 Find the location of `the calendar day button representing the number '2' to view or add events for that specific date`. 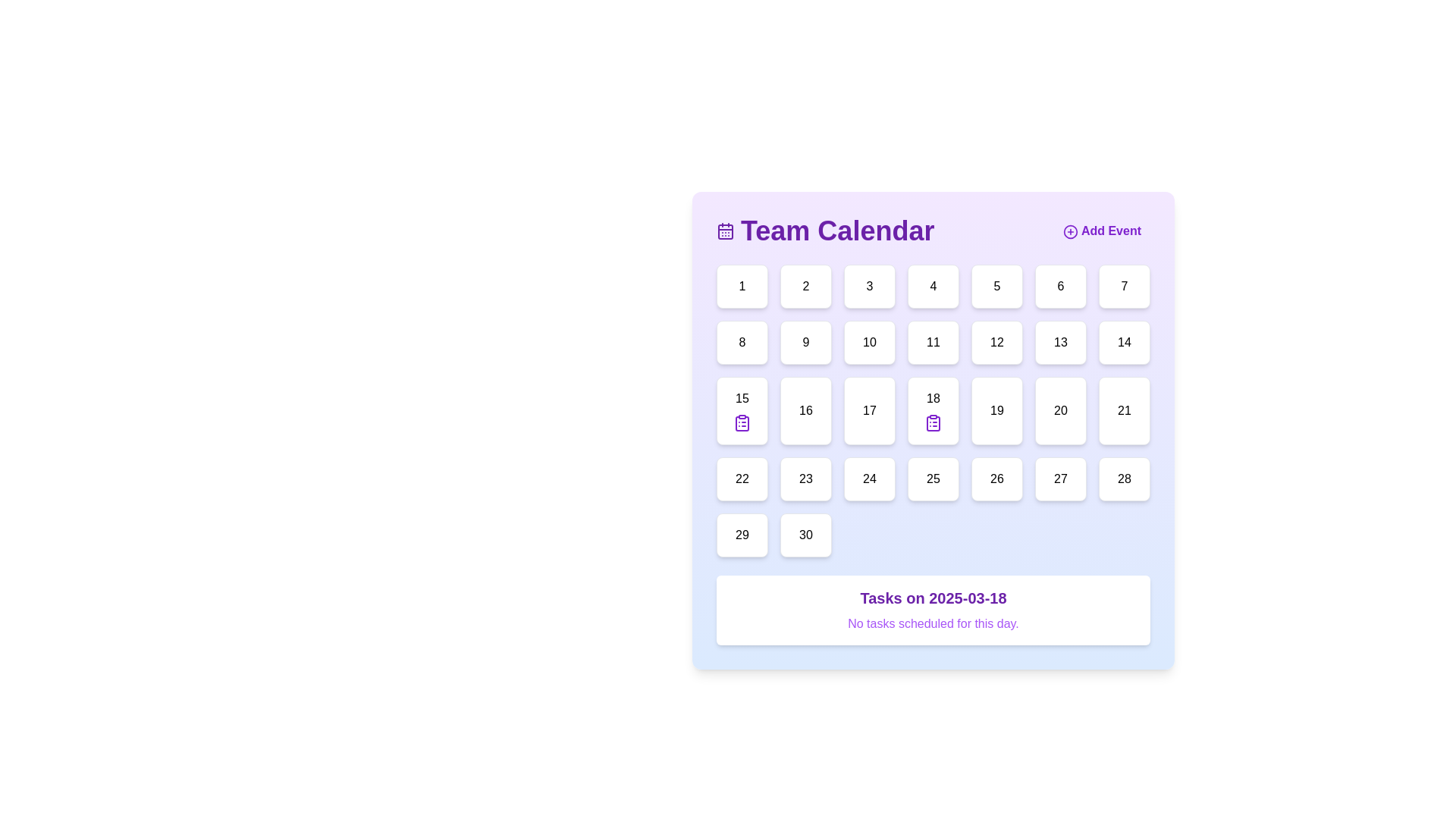

the calendar day button representing the number '2' to view or add events for that specific date is located at coordinates (805, 287).